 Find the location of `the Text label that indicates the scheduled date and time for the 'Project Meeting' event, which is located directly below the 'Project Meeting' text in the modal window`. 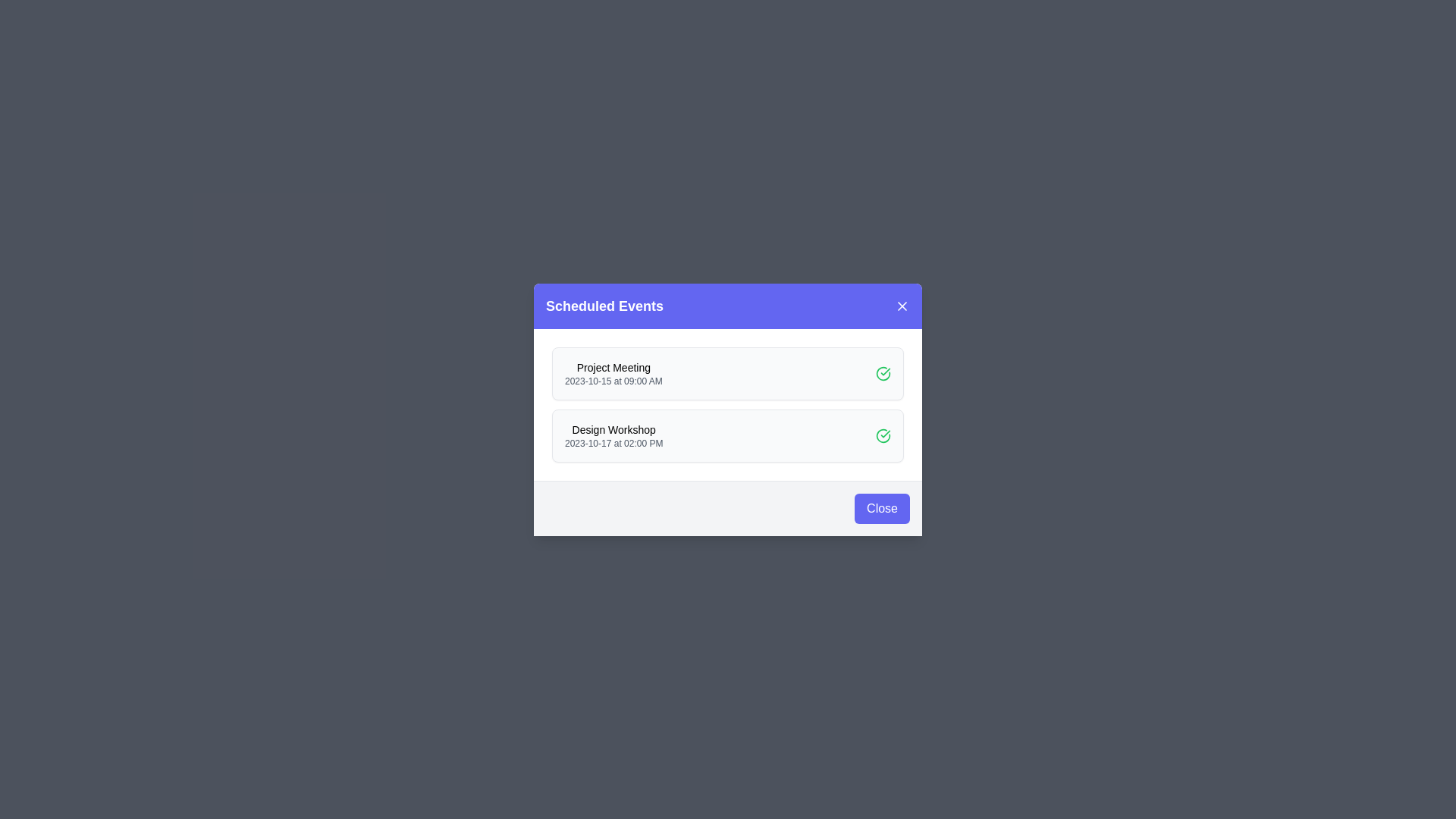

the Text label that indicates the scheduled date and time for the 'Project Meeting' event, which is located directly below the 'Project Meeting' text in the modal window is located at coordinates (613, 380).